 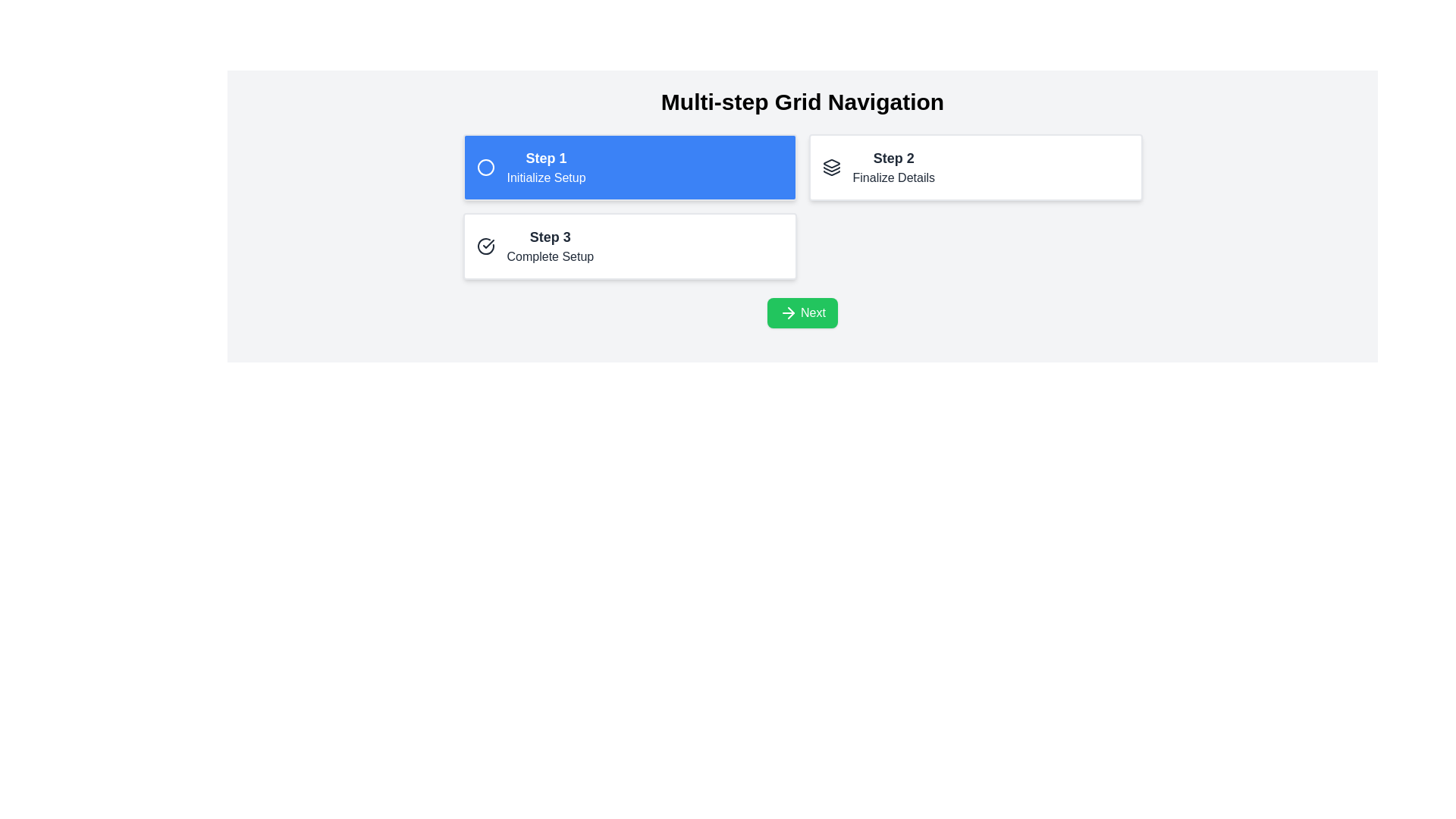 What do you see at coordinates (549, 245) in the screenshot?
I see `the multi-line text label that displays the title and description for 'Step 3' in the multi-step process, located within the third card of the layout` at bounding box center [549, 245].